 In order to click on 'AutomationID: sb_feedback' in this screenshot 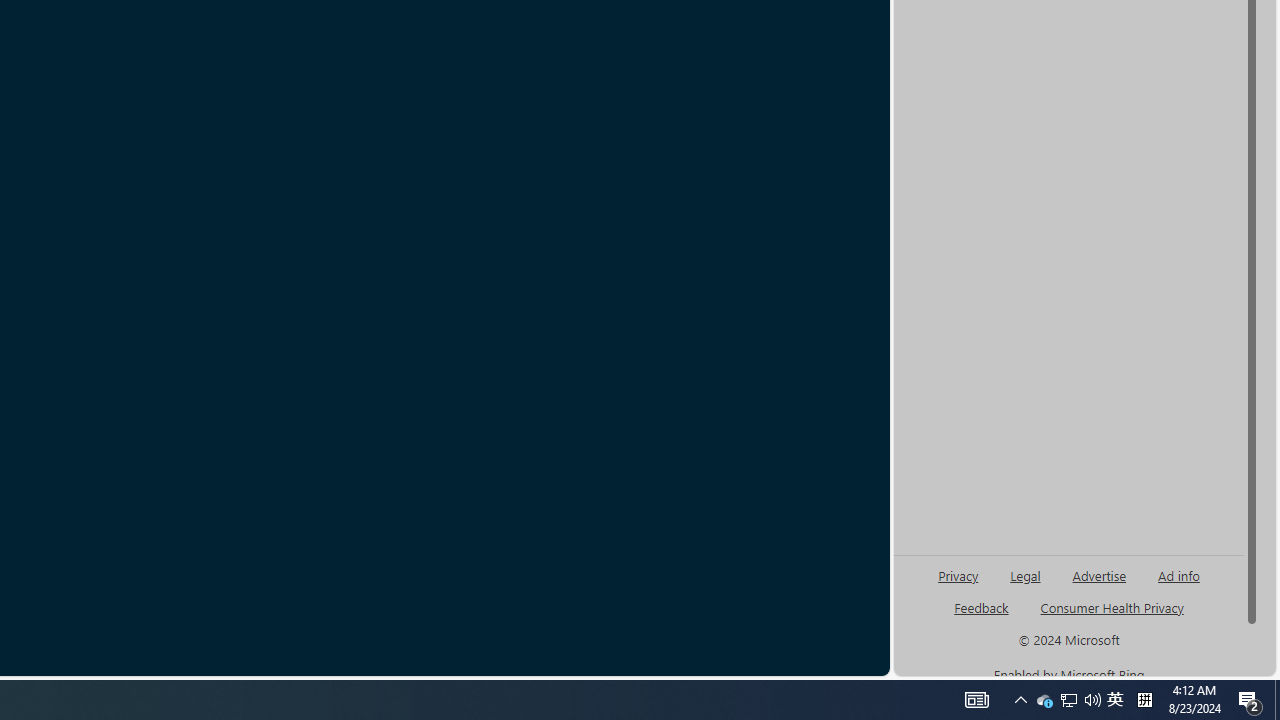, I will do `click(981, 606)`.